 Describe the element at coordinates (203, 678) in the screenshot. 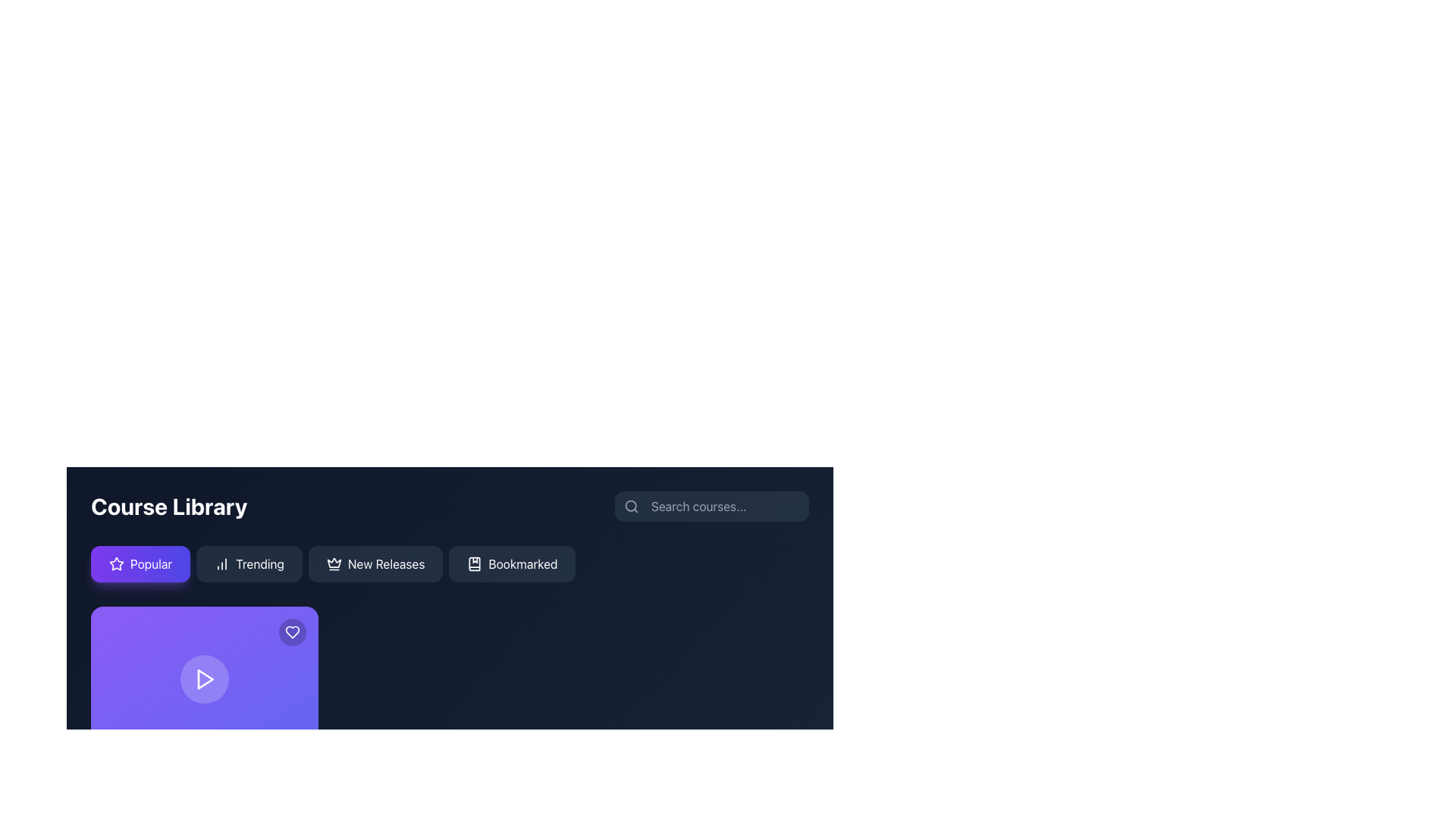

I see `the play button located in the bottom-left corner of the card section with a purple background to initiate video or audio playback` at that location.